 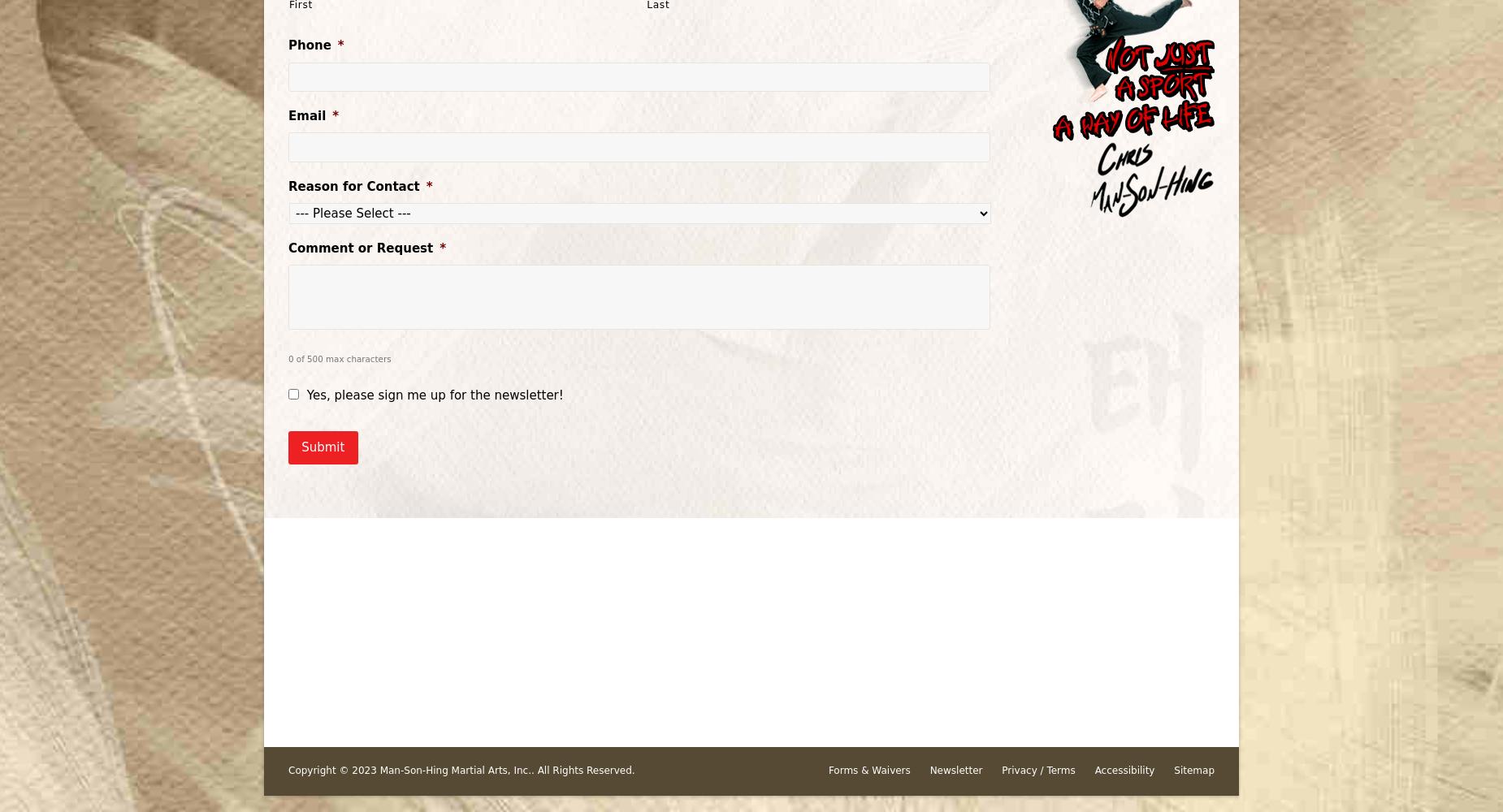 What do you see at coordinates (868, 770) in the screenshot?
I see `'Forms & Waivers'` at bounding box center [868, 770].